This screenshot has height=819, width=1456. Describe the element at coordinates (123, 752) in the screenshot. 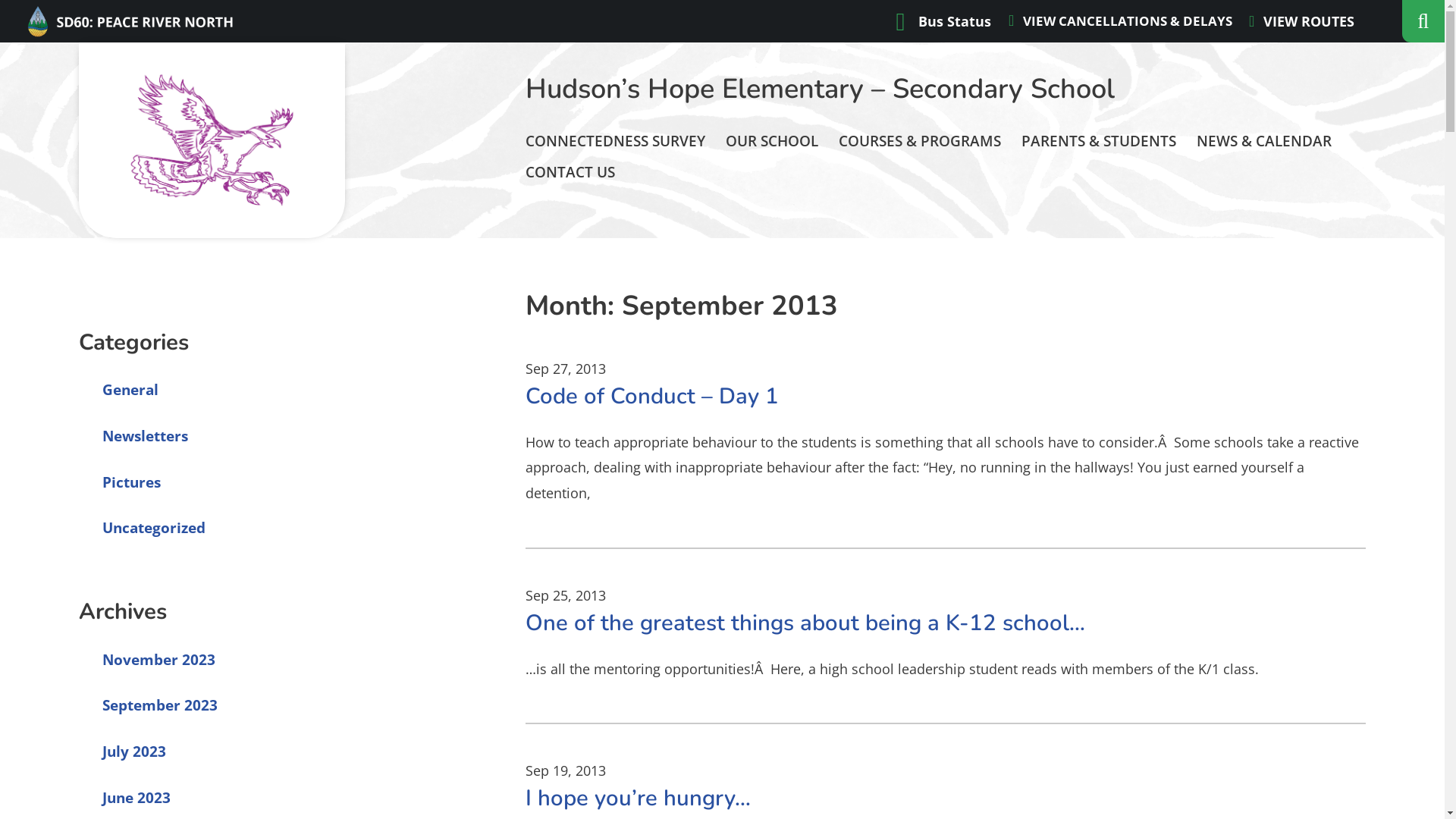

I see `'July 2023'` at that location.